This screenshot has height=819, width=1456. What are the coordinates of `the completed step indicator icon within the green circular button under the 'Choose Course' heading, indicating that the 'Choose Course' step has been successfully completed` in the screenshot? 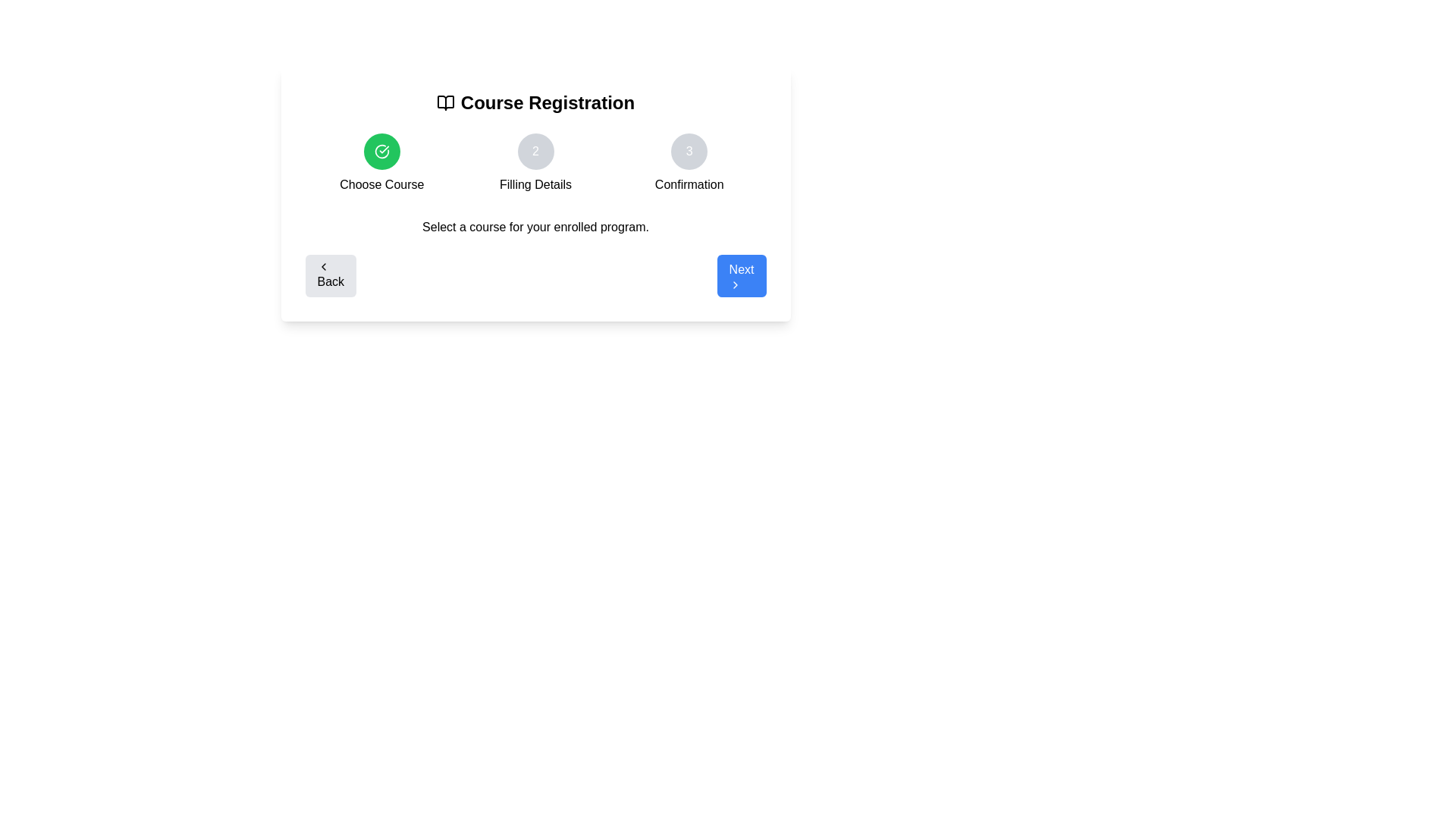 It's located at (381, 152).